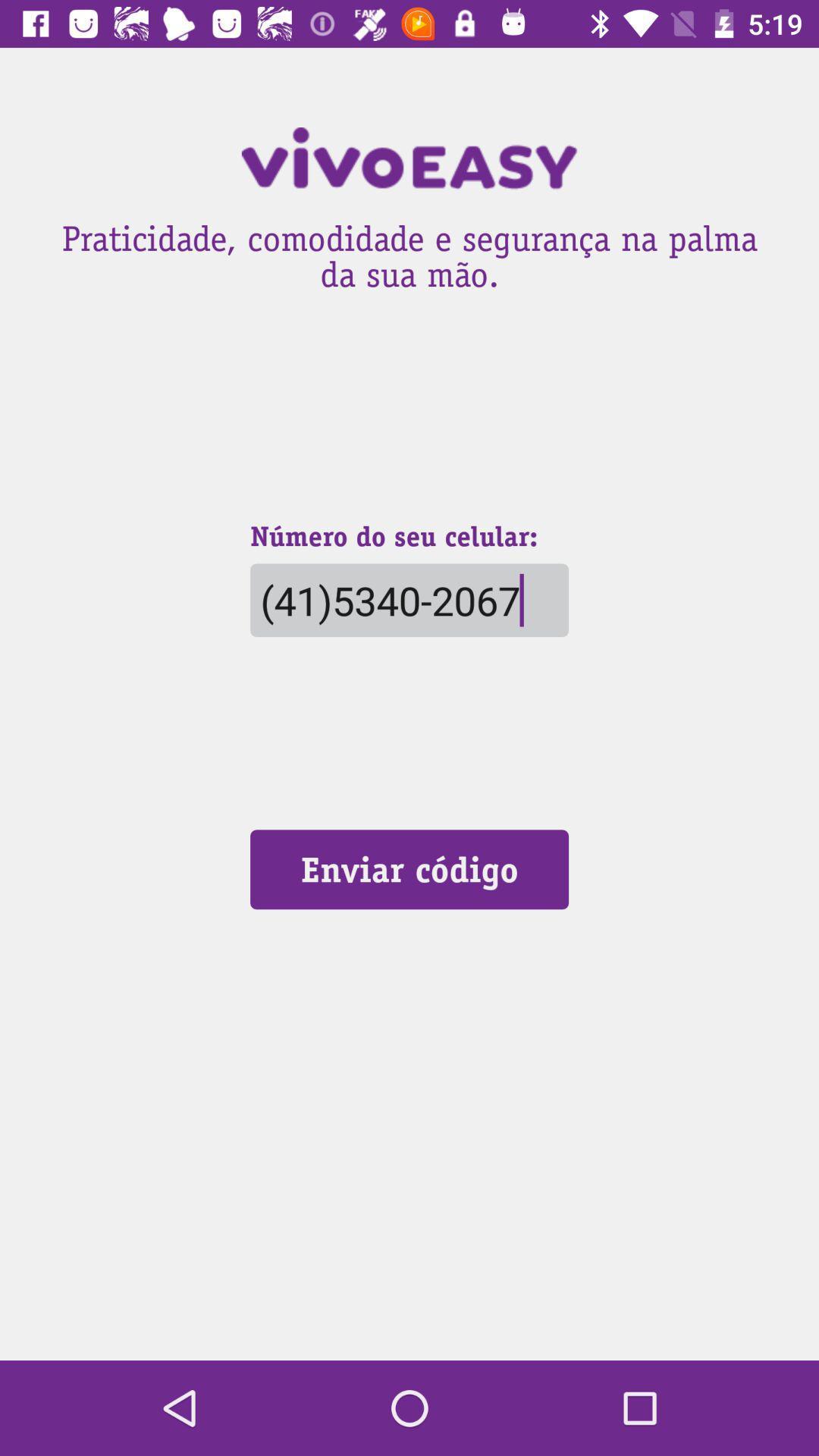 This screenshot has height=1456, width=819. Describe the element at coordinates (409, 869) in the screenshot. I see `icon below (41)5340-2067` at that location.